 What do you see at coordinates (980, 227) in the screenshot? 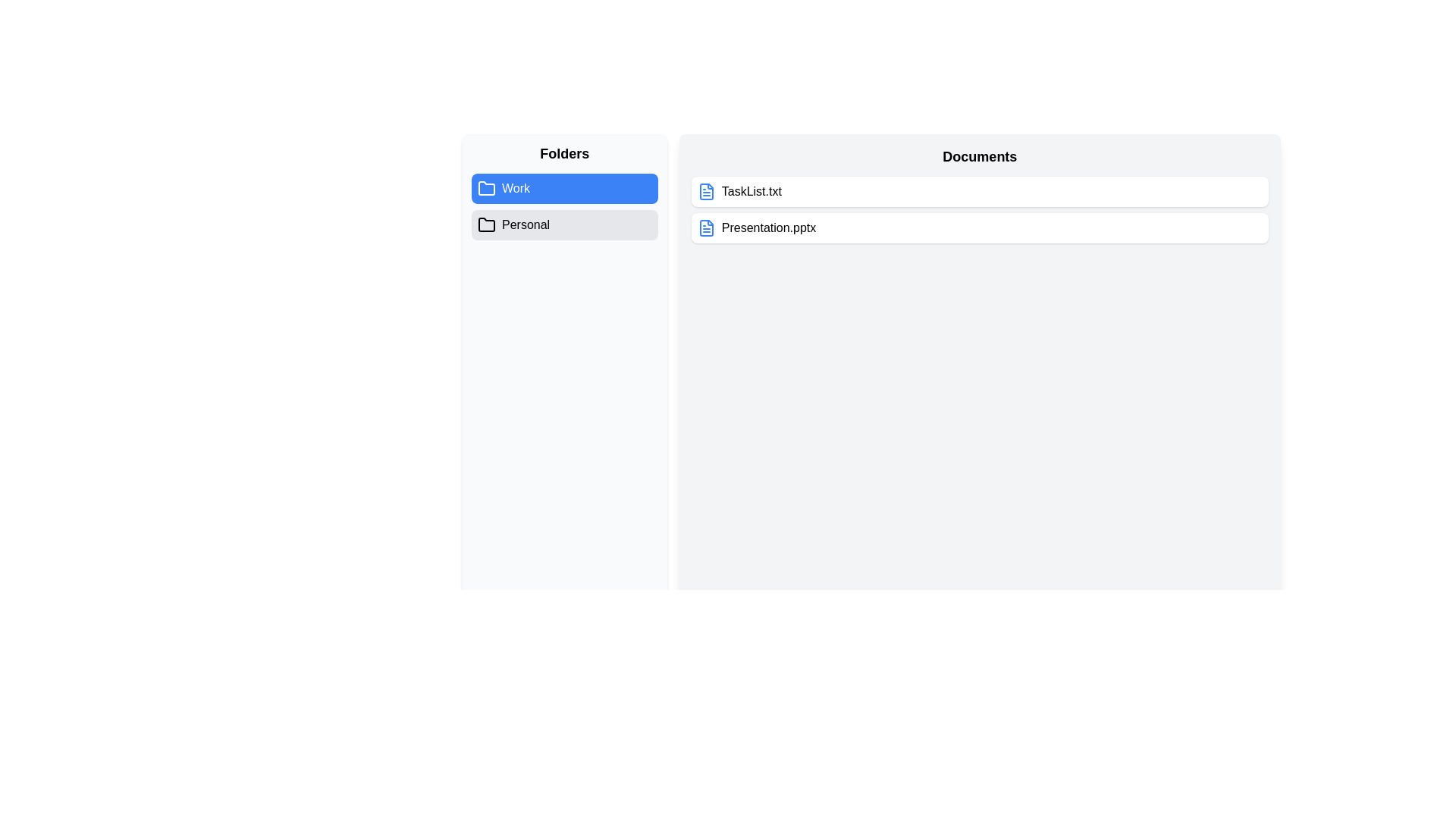
I see `the file entry named 'Presentation.pptx' located in the second row of the 'Documents' list` at bounding box center [980, 227].